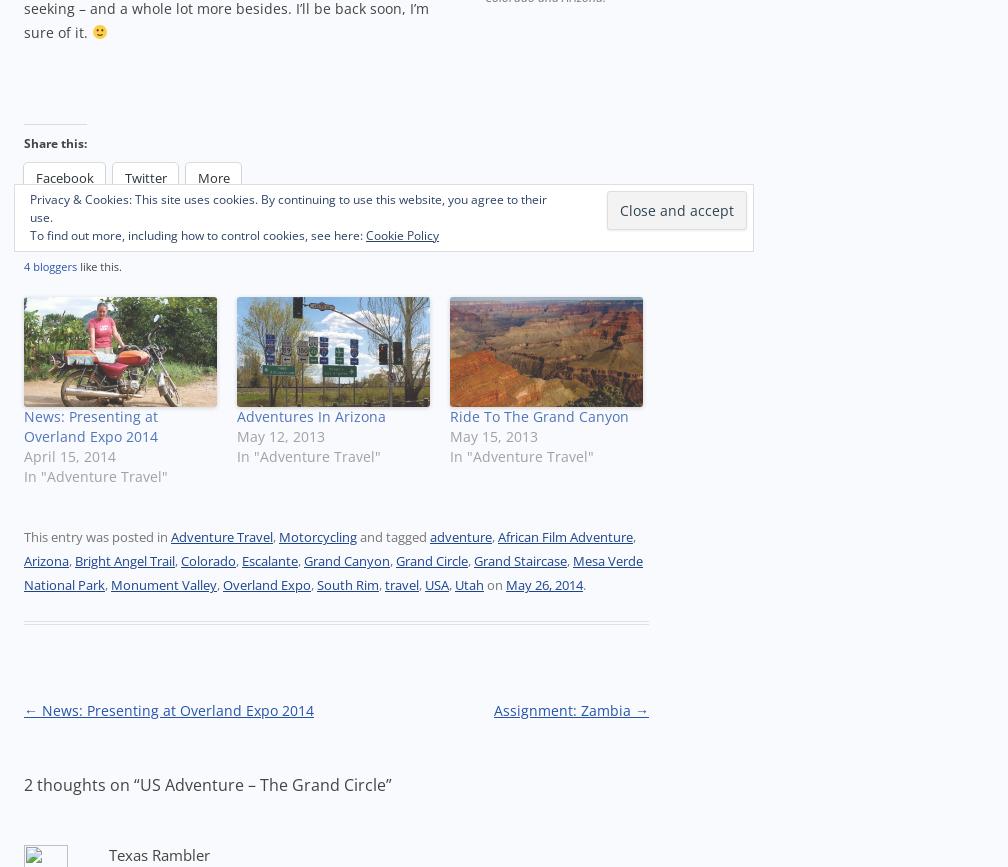  What do you see at coordinates (430, 536) in the screenshot?
I see `'adventure'` at bounding box center [430, 536].